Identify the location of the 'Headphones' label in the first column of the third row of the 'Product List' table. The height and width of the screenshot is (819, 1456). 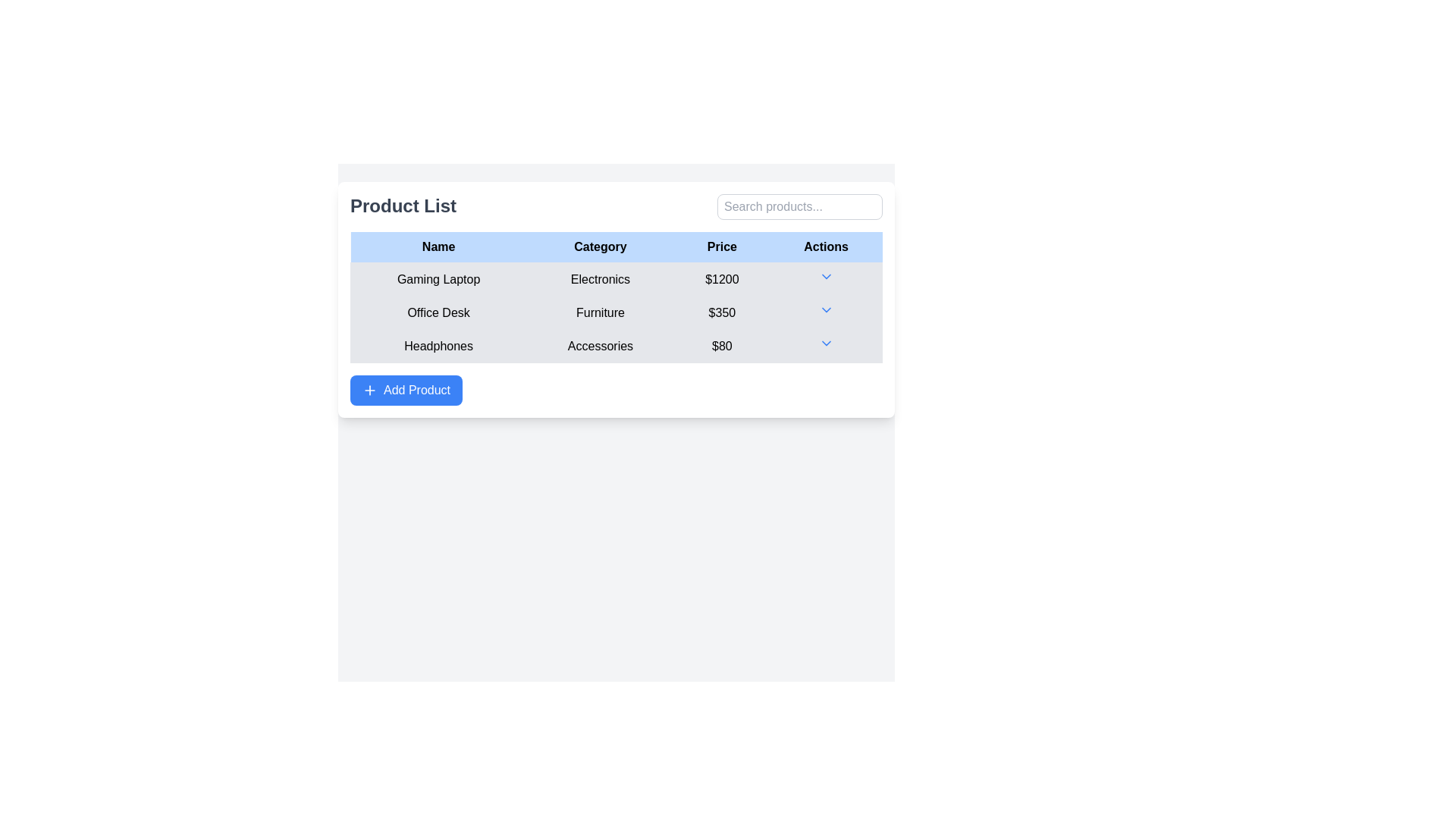
(438, 346).